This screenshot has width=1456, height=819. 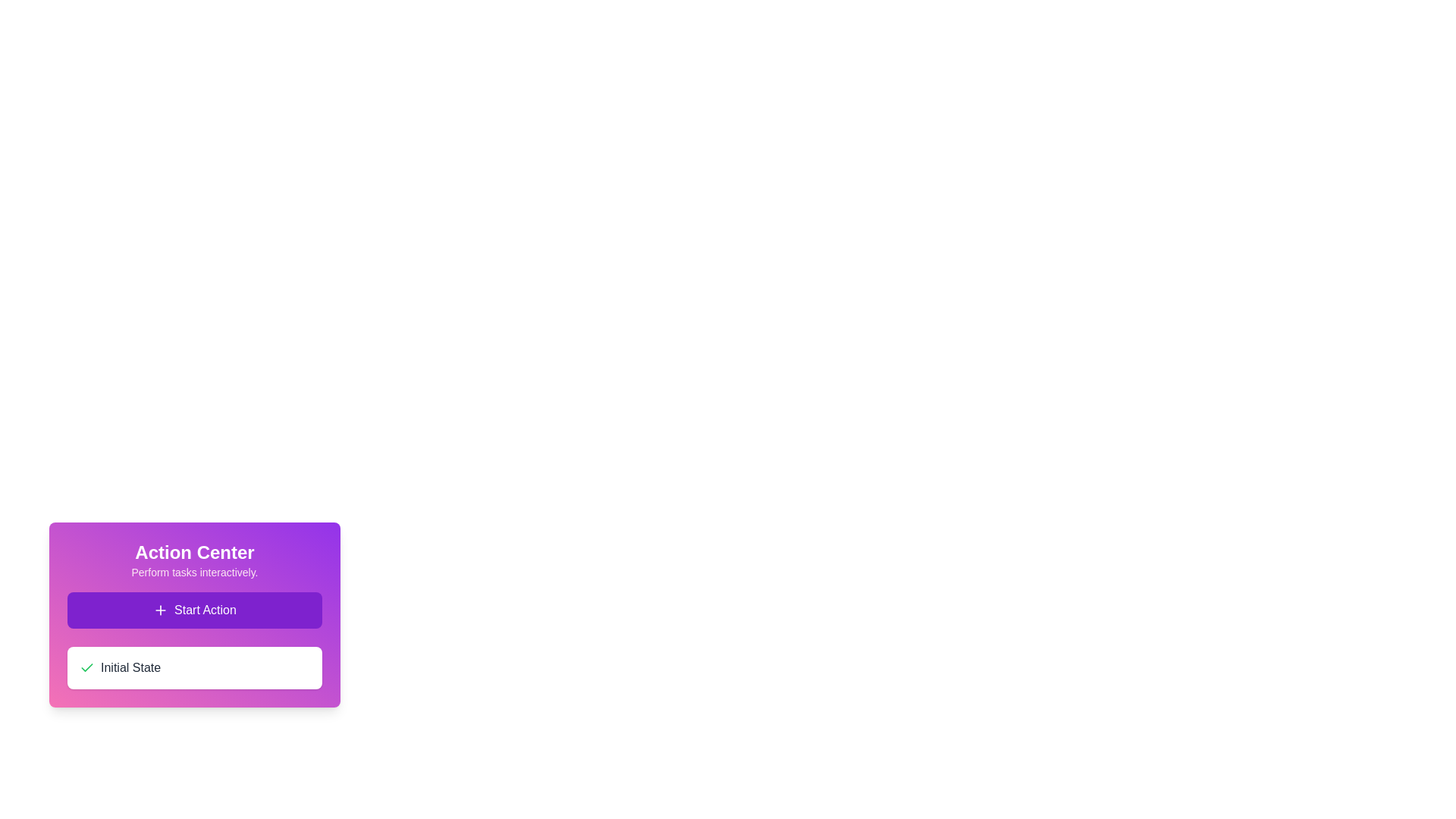 I want to click on the compact green outlined SVG checkmark icon that is positioned to the far left of the 'Initial State' text component, so click(x=86, y=667).